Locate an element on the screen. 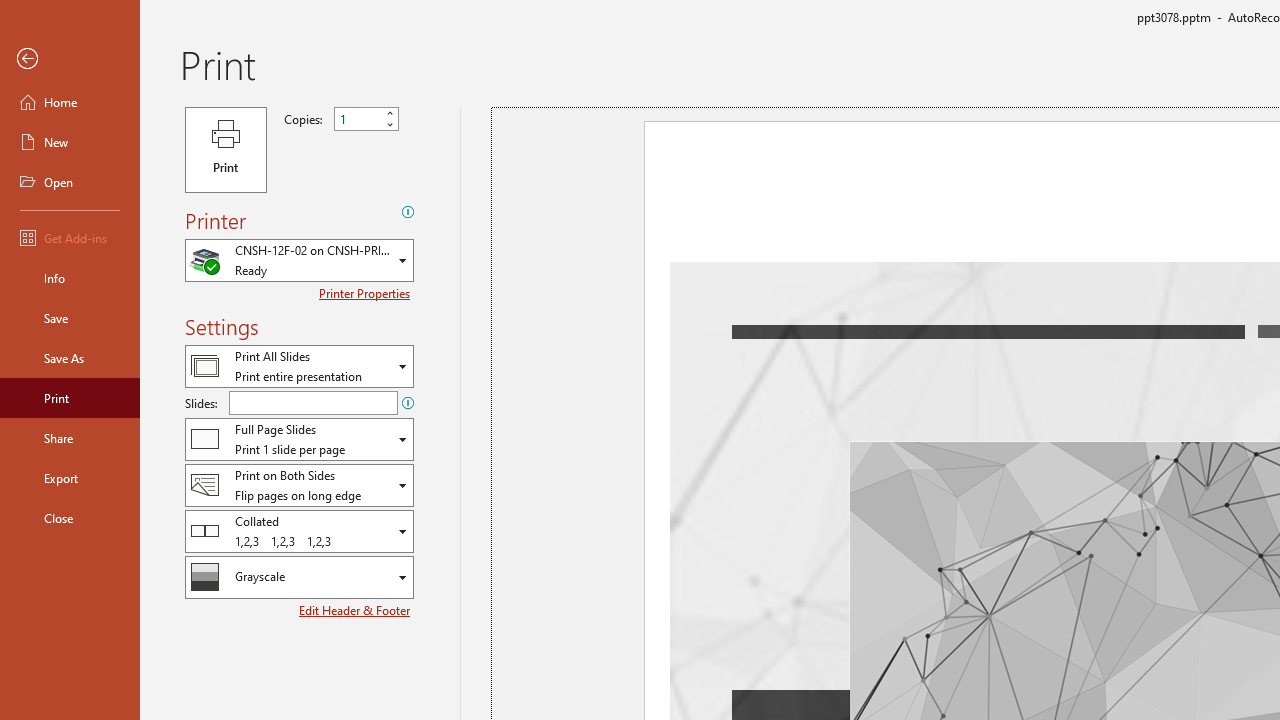 Image resolution: width=1280 pixels, height=720 pixels. 'New' is located at coordinates (69, 140).